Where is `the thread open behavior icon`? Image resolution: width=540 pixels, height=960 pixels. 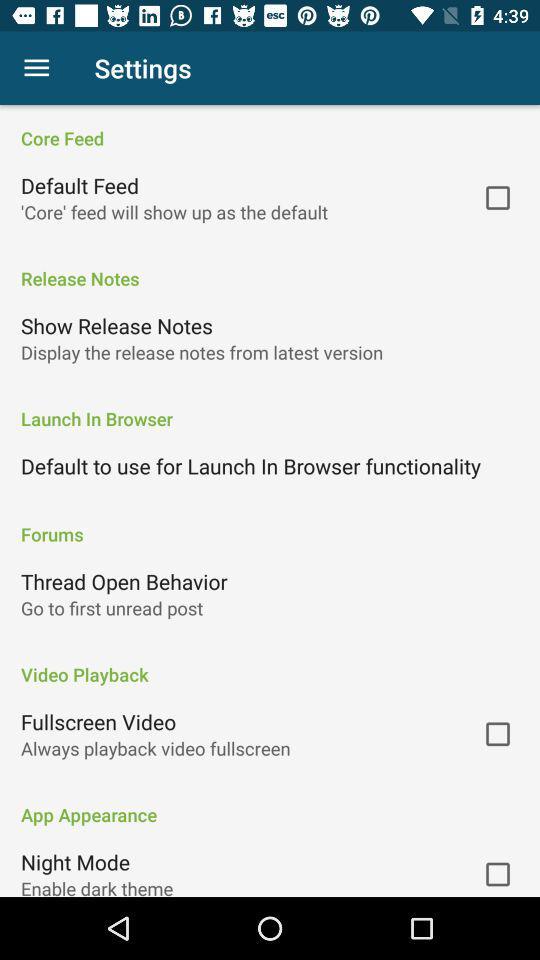
the thread open behavior icon is located at coordinates (124, 581).